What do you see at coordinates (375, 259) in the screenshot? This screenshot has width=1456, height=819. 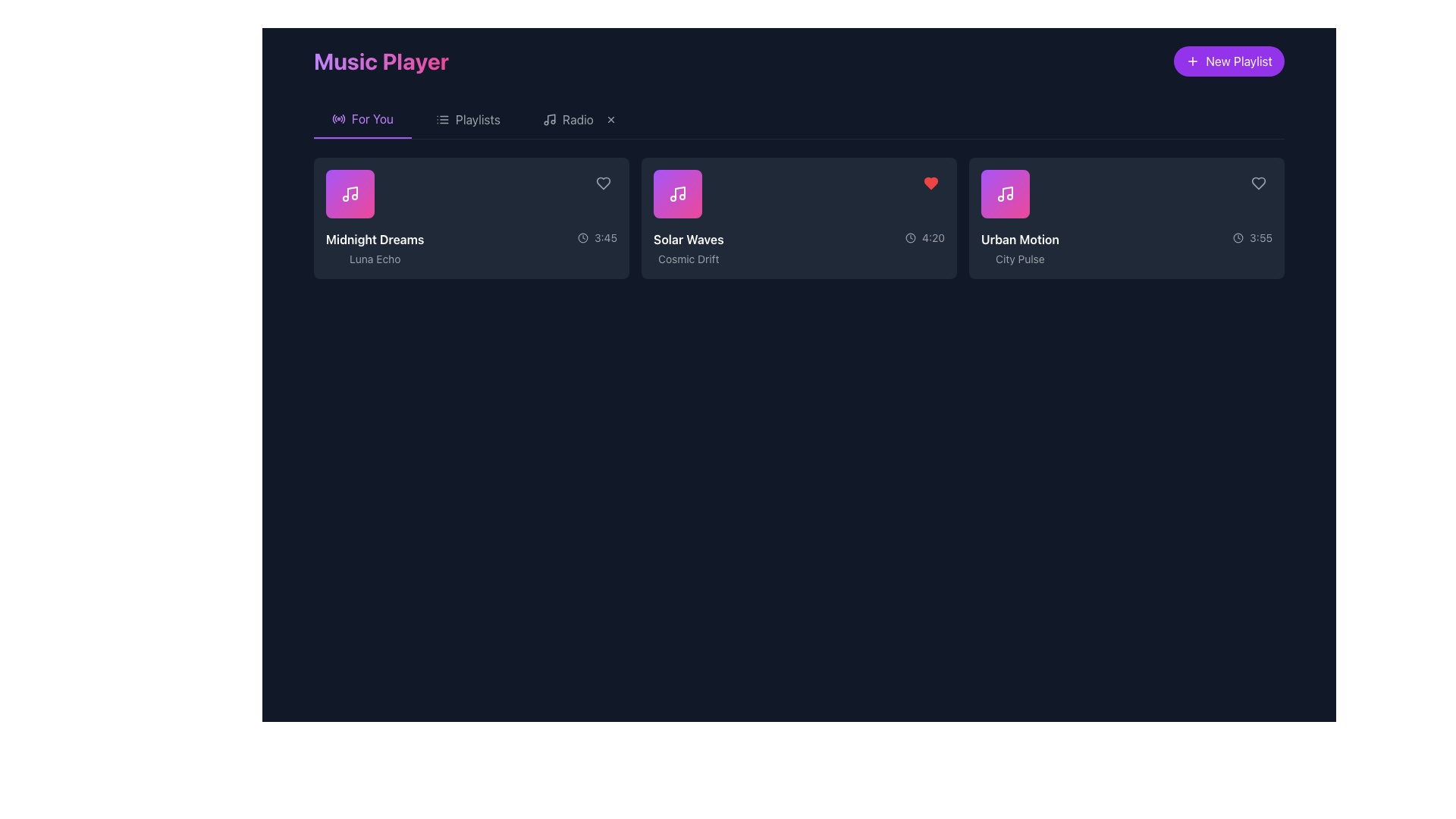 I see `the static text label 'Luna Echo', which is styled in gray and located below the title 'Midnight Dreams' in the music item card` at bounding box center [375, 259].